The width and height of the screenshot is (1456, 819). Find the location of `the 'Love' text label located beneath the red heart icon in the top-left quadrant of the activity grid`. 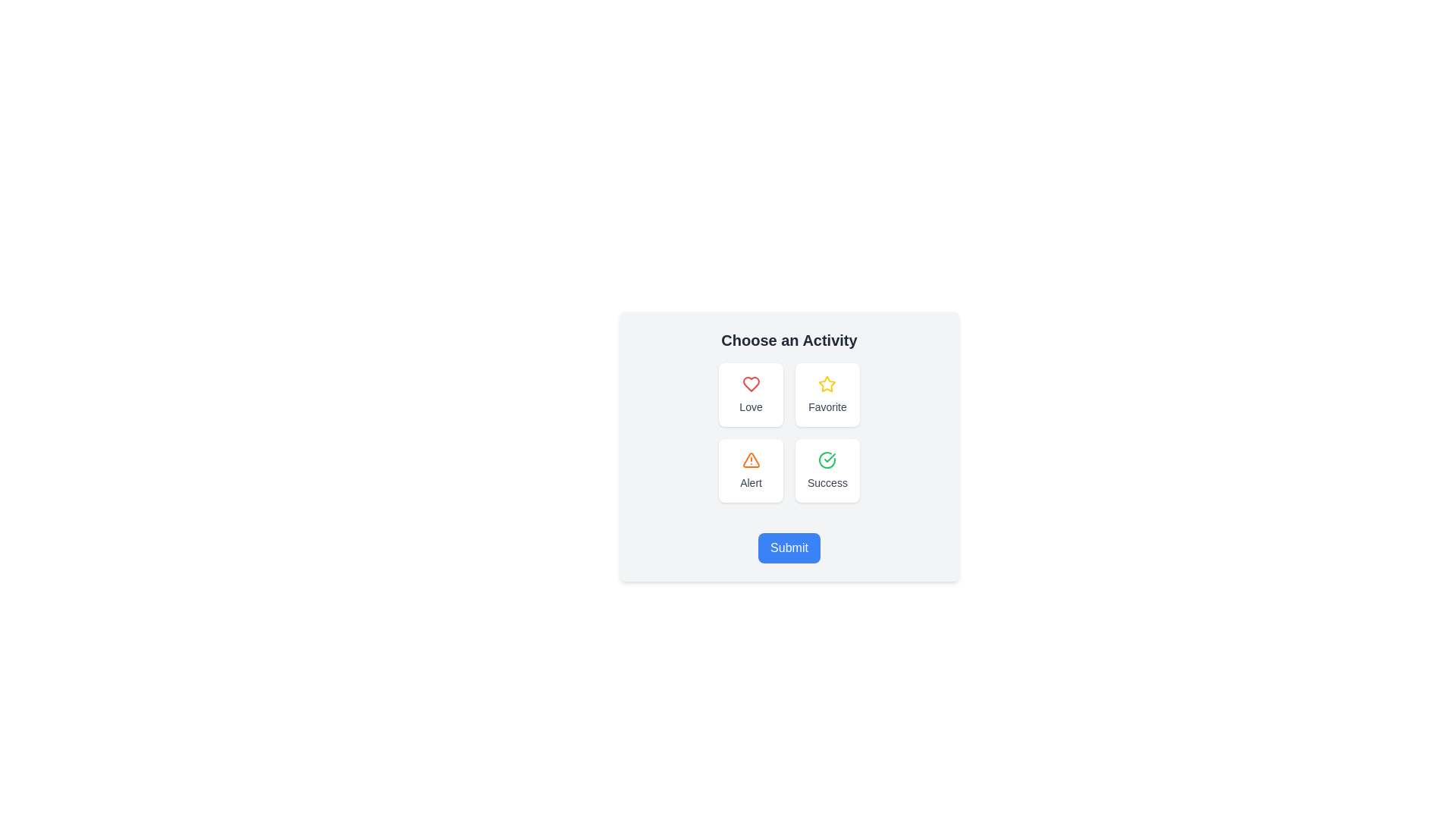

the 'Love' text label located beneath the red heart icon in the top-left quadrant of the activity grid is located at coordinates (751, 406).